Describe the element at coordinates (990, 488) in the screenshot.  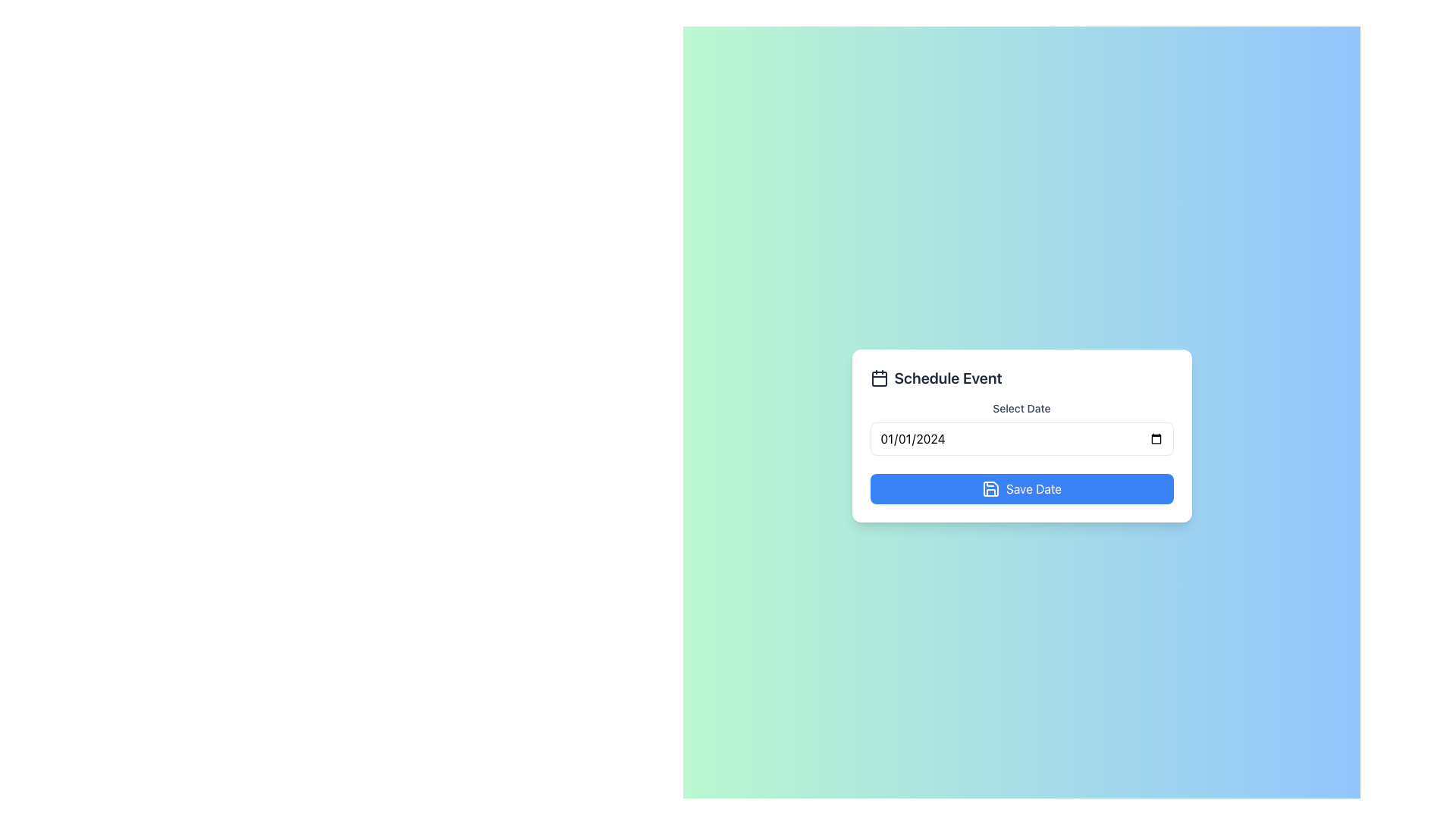
I see `the save icon, which is part of the 'Save Date' button styled with a blue background and white text, located centrally within the card interface` at that location.